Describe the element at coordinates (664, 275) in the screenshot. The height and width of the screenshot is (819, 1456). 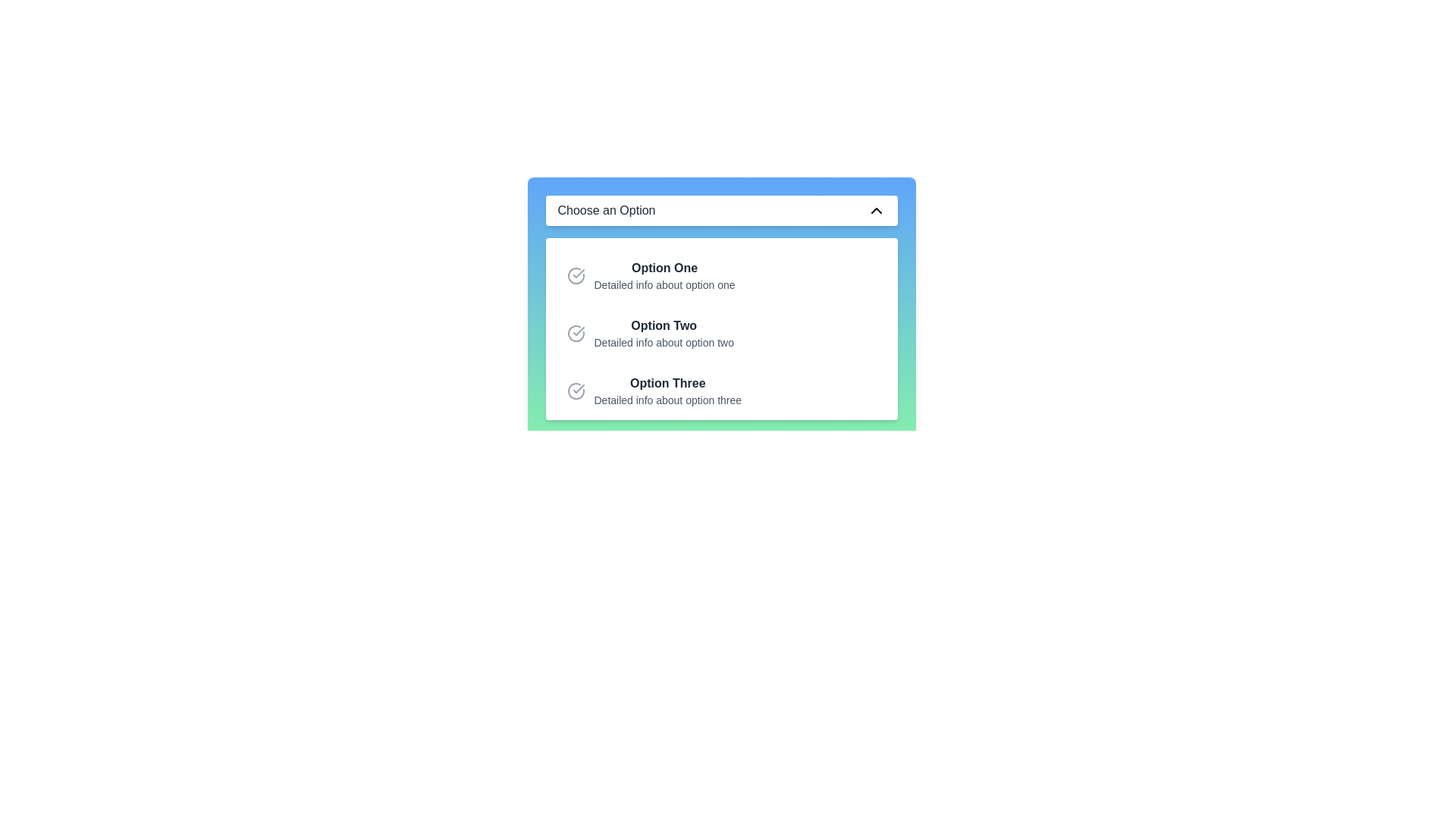
I see `the first list item in the dropdown titled 'Choose an Option'` at that location.